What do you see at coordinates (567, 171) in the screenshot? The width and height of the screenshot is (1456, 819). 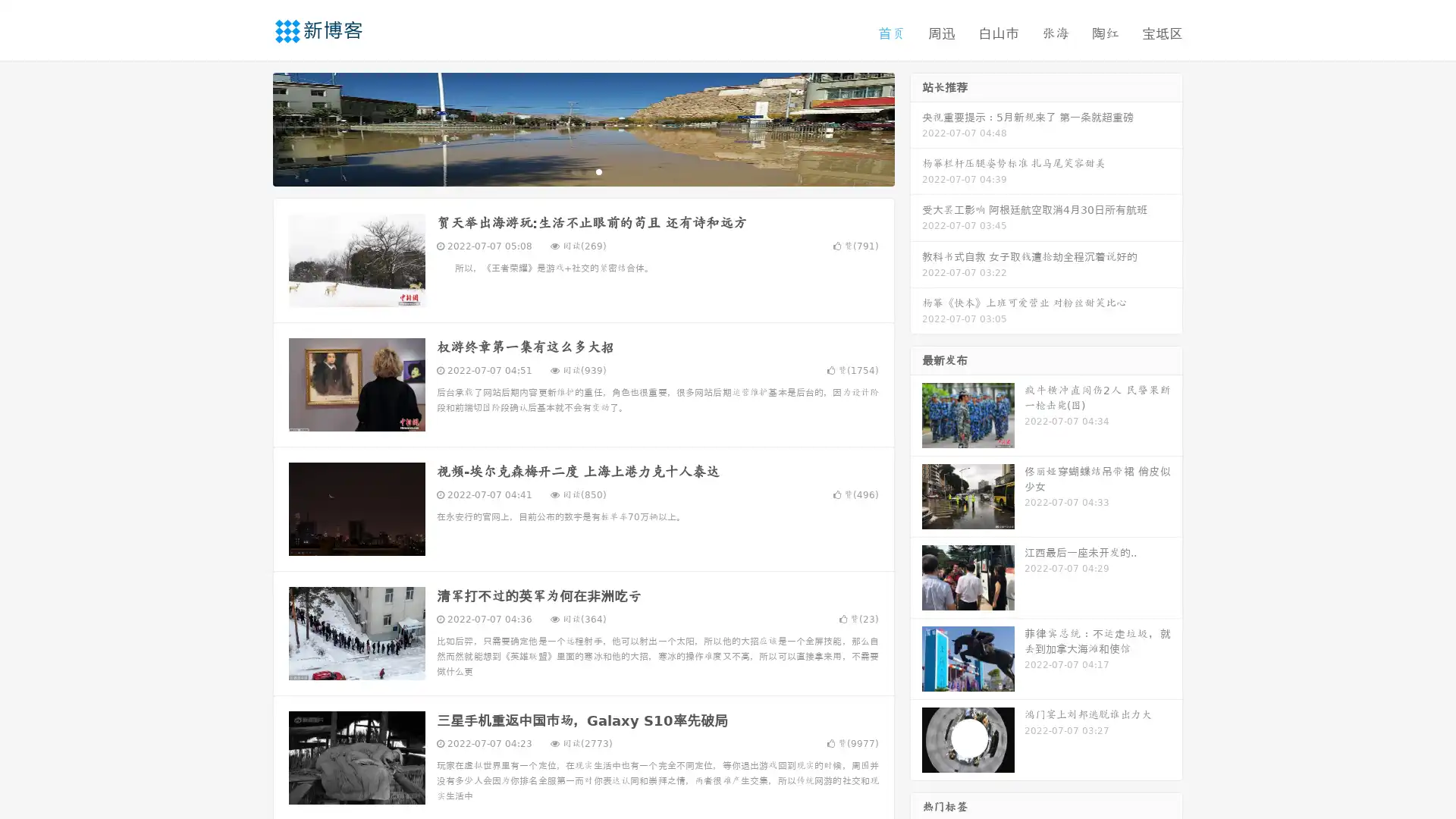 I see `Go to slide 1` at bounding box center [567, 171].